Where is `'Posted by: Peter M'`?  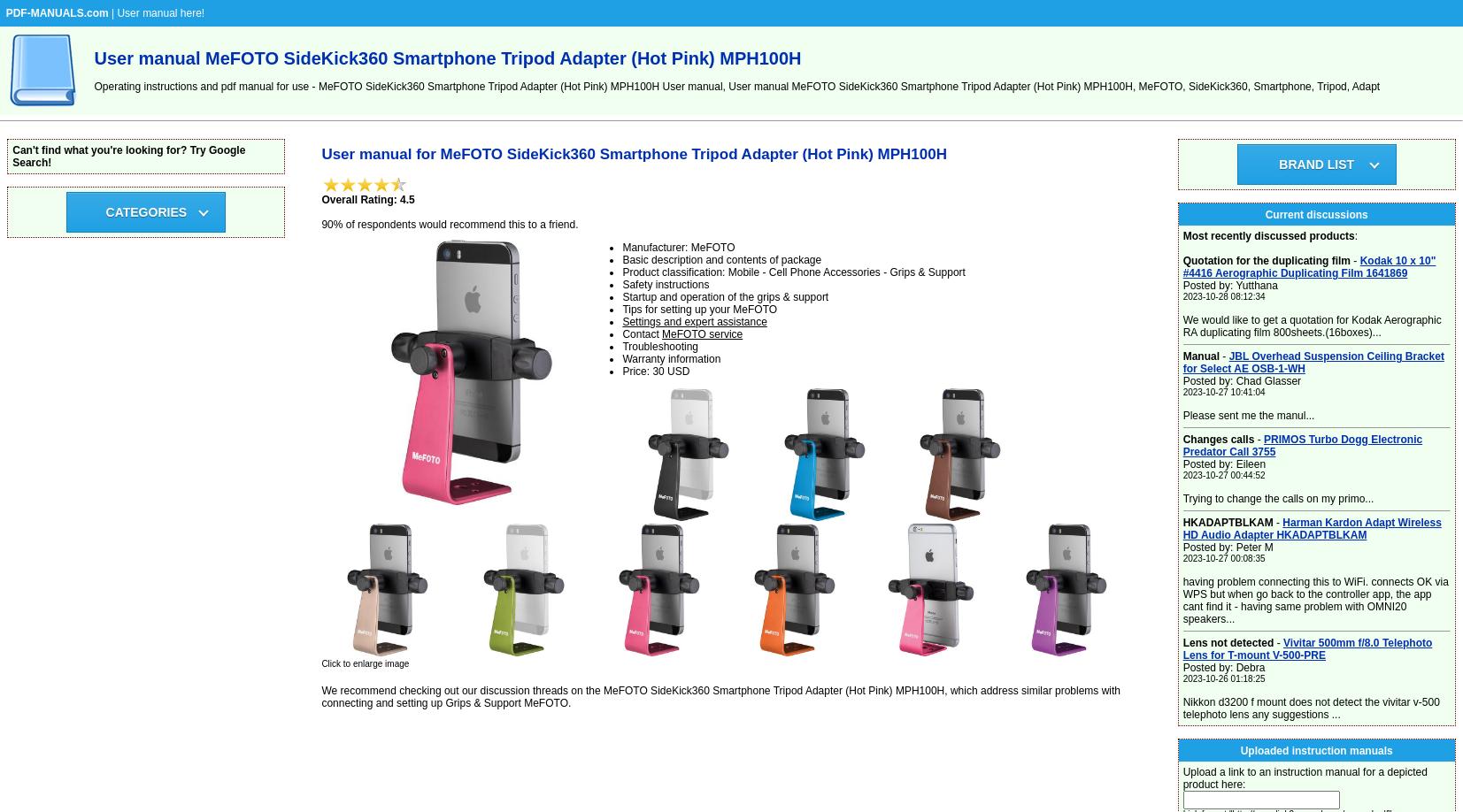
'Posted by: Peter M' is located at coordinates (1182, 548).